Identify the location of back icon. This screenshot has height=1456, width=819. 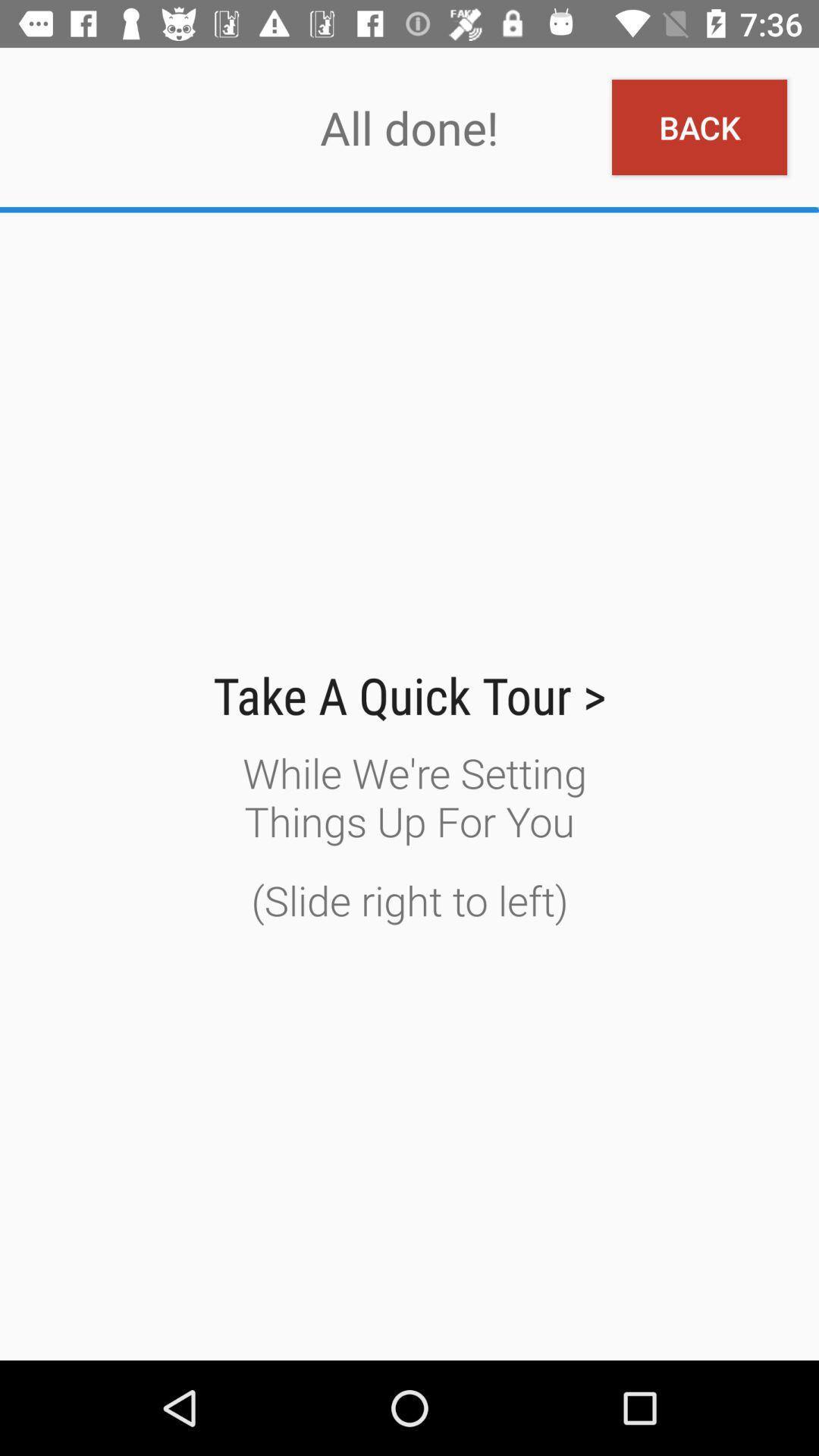
(699, 127).